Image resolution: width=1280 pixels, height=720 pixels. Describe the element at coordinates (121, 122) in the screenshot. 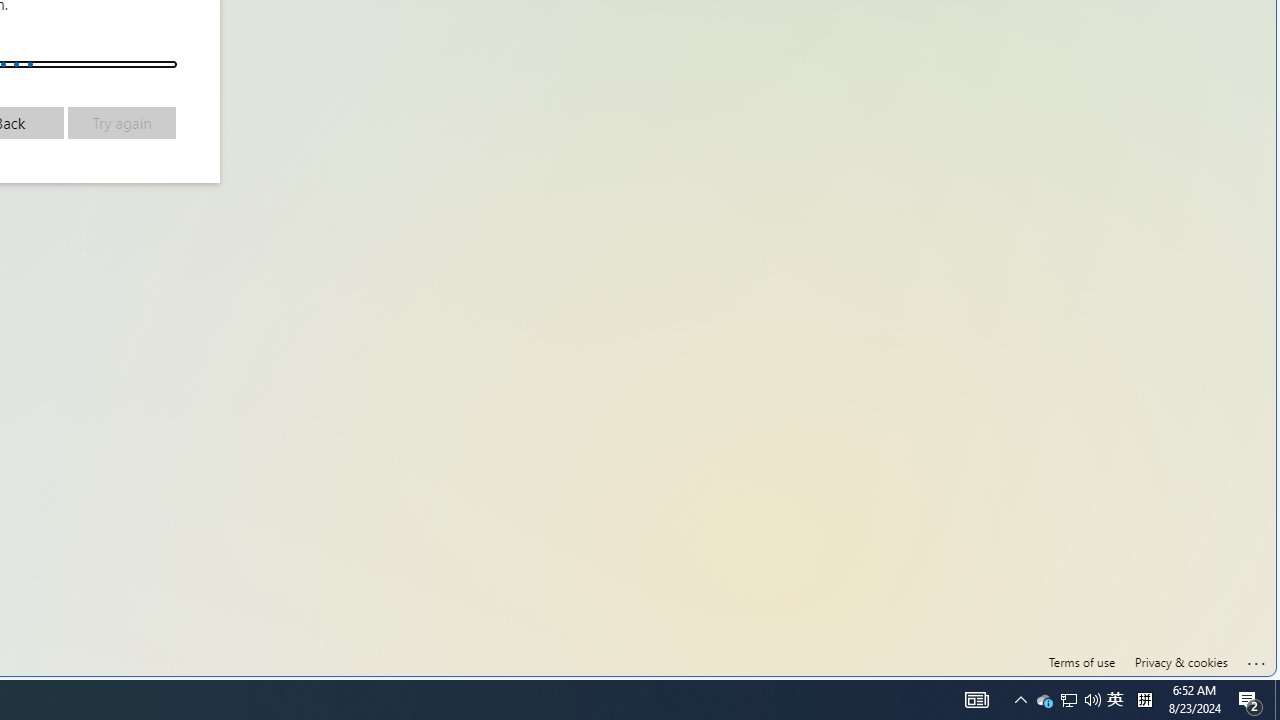

I see `'Try again'` at that location.